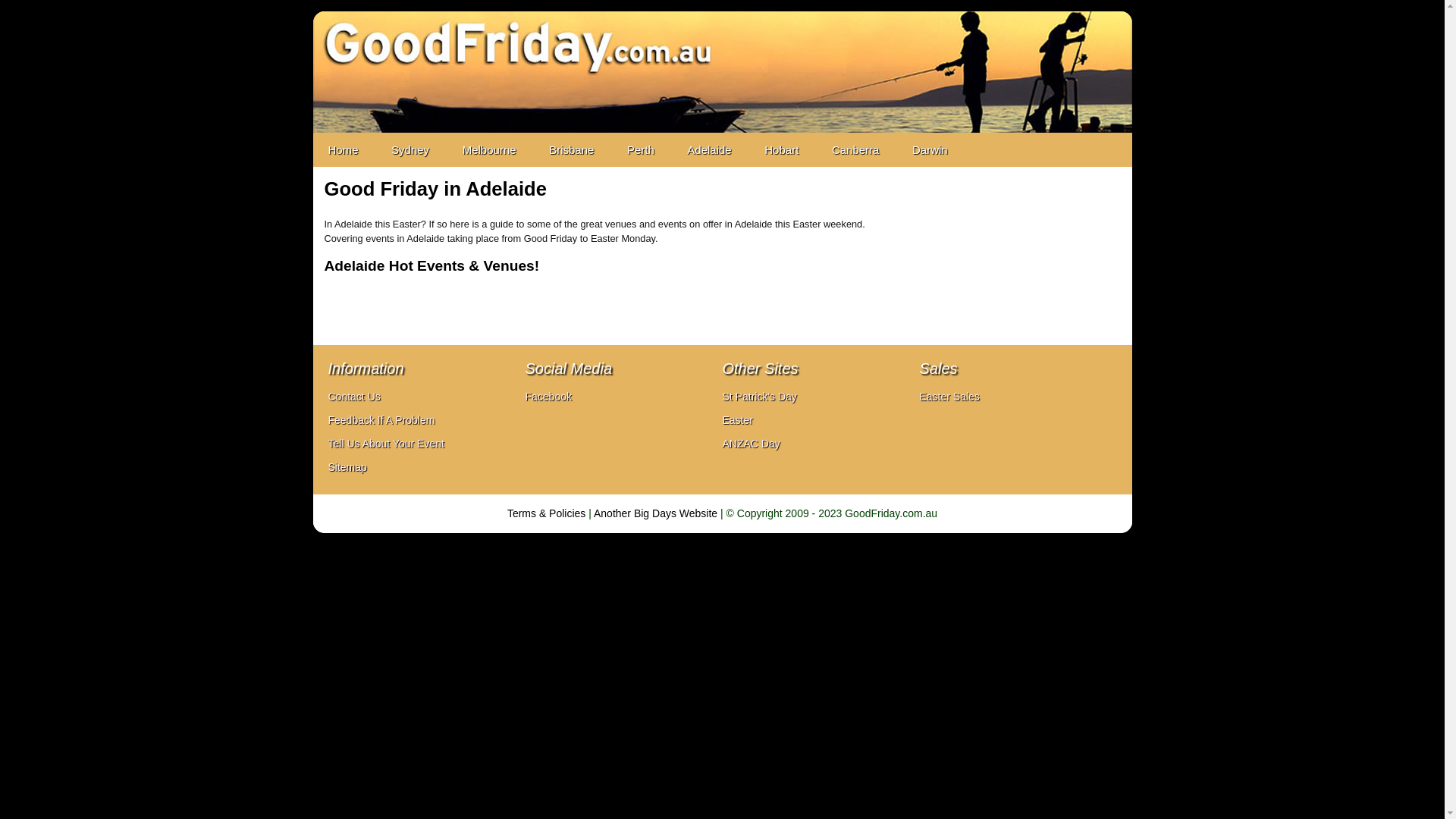  I want to click on 'Sydney', so click(410, 149).